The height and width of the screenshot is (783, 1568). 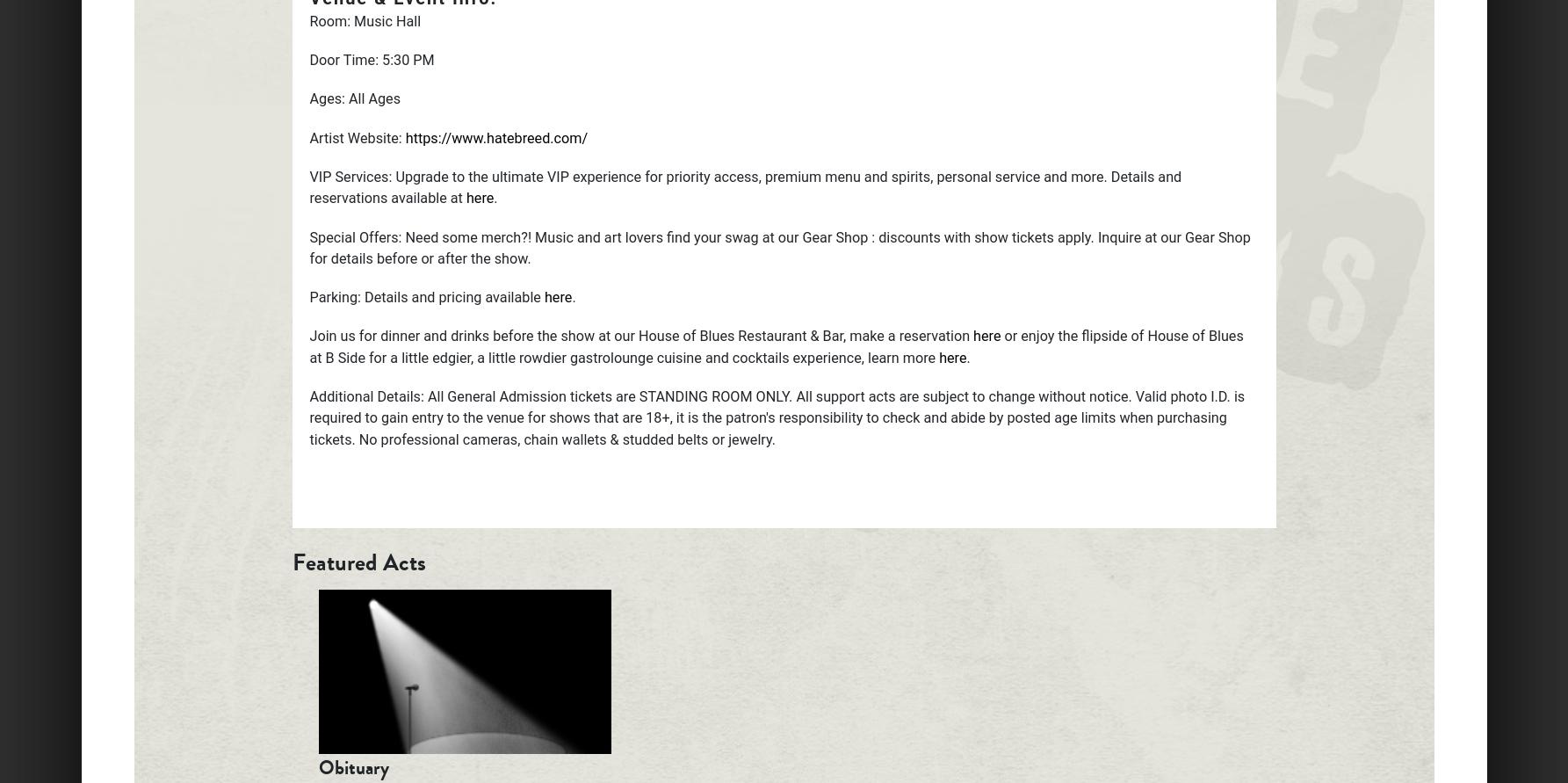 What do you see at coordinates (779, 246) in the screenshot?
I see `'Special Offers: Need some merch?! Music and art lovers find your swag at our Gear Shop : discounts with show tickets apply. Inquire at our Gear Shop for details before or after the show.'` at bounding box center [779, 246].